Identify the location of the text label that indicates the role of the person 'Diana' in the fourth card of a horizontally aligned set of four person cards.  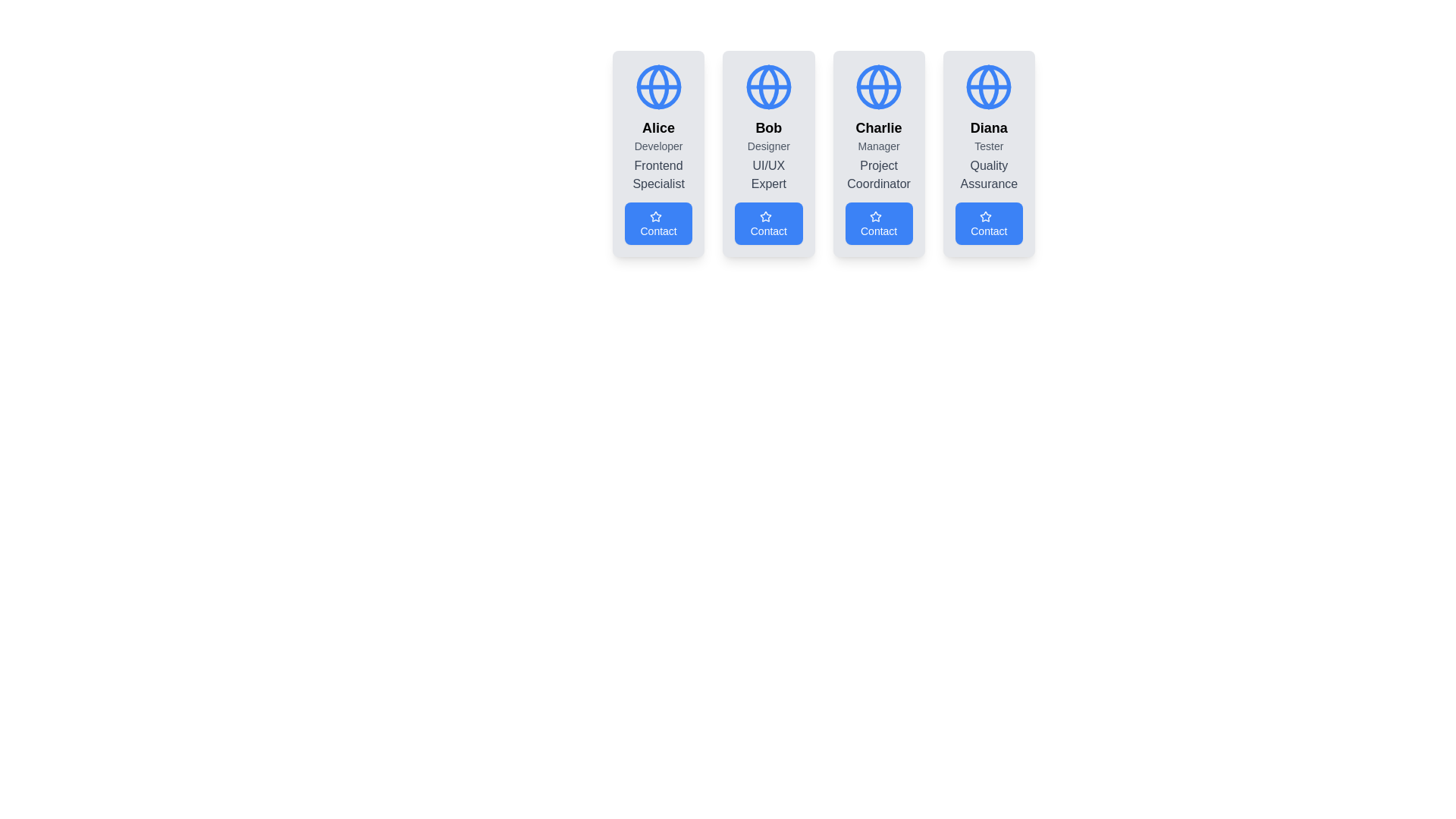
(989, 146).